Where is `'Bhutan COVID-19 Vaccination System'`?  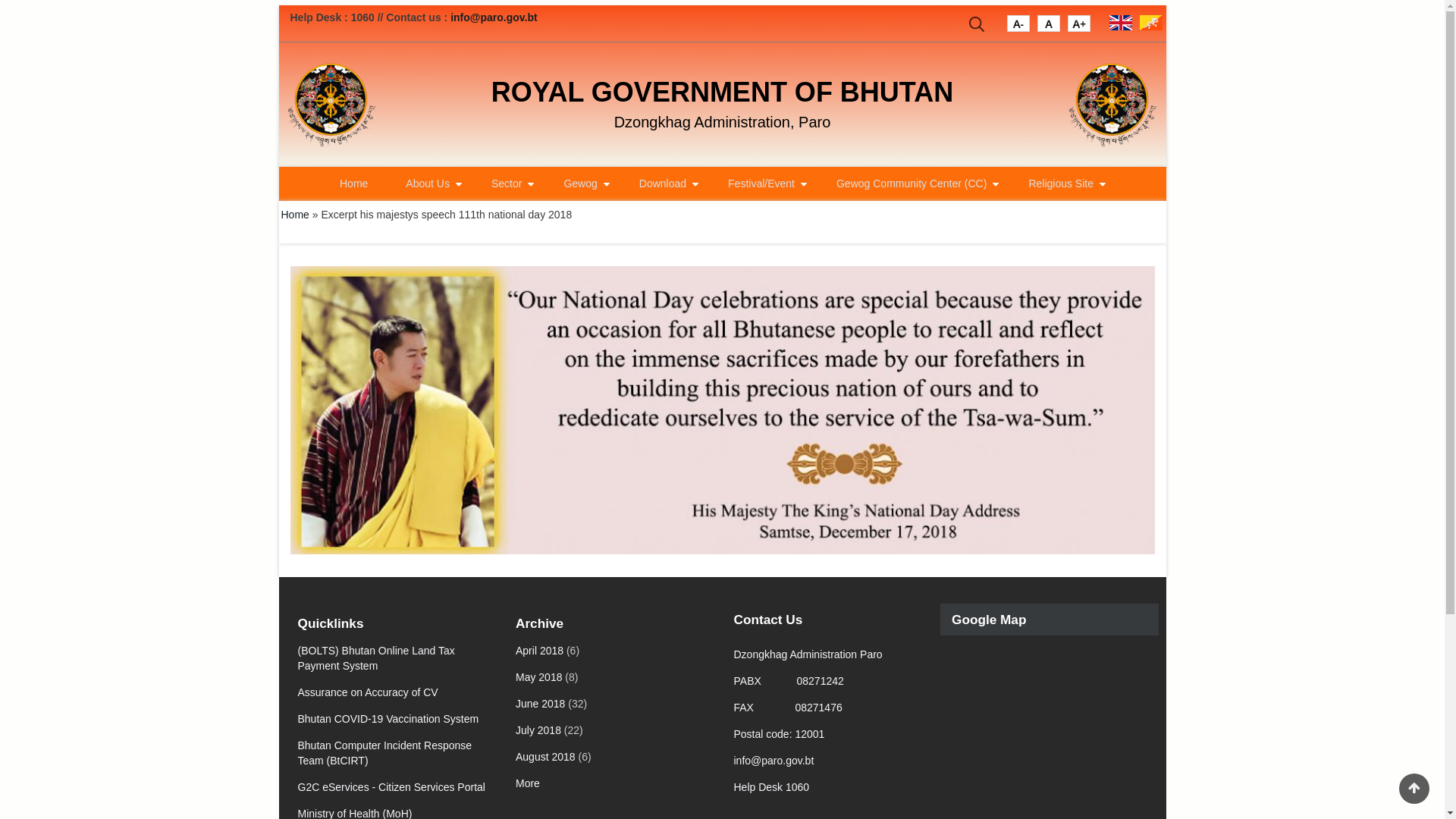
'Bhutan COVID-19 Vaccination System' is located at coordinates (388, 718).